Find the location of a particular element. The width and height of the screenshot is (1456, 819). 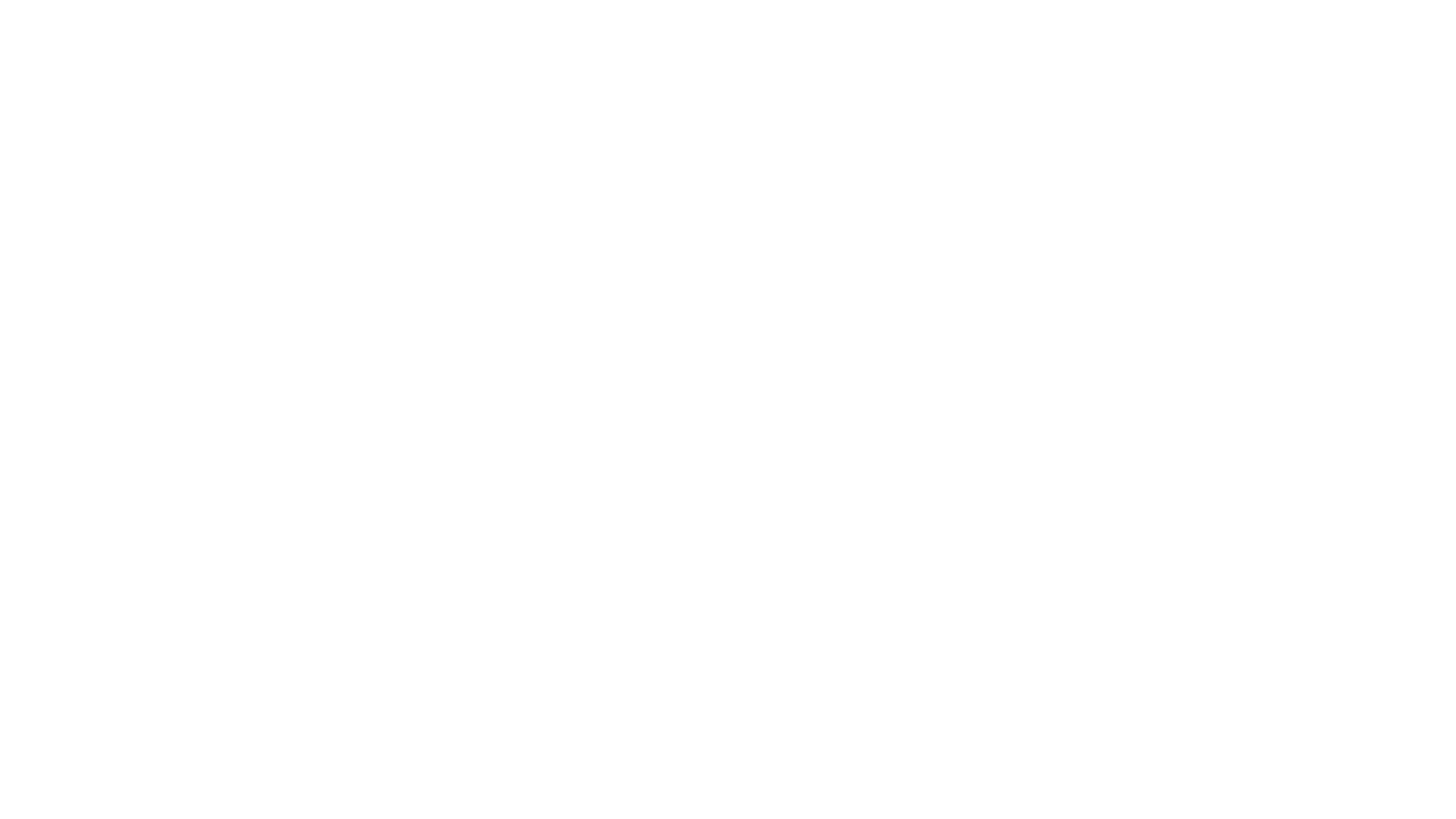

Request Demo is located at coordinates (496, 554).